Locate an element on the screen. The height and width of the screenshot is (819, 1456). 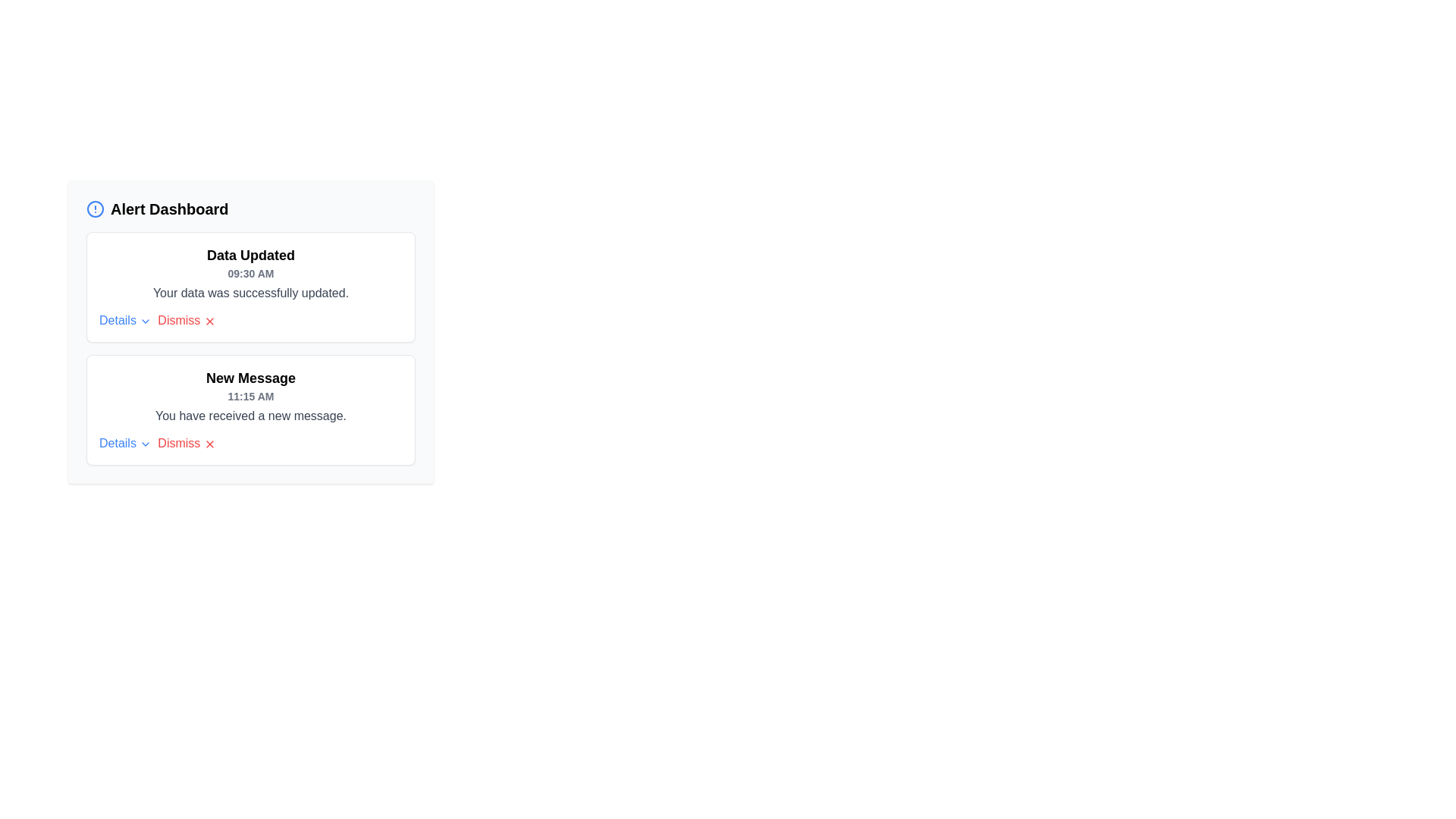
the static text element displaying 'New Message' with the timestamp '11:15 AM', which is positioned in the notification card above the text 'You have received a new message.' is located at coordinates (251, 385).